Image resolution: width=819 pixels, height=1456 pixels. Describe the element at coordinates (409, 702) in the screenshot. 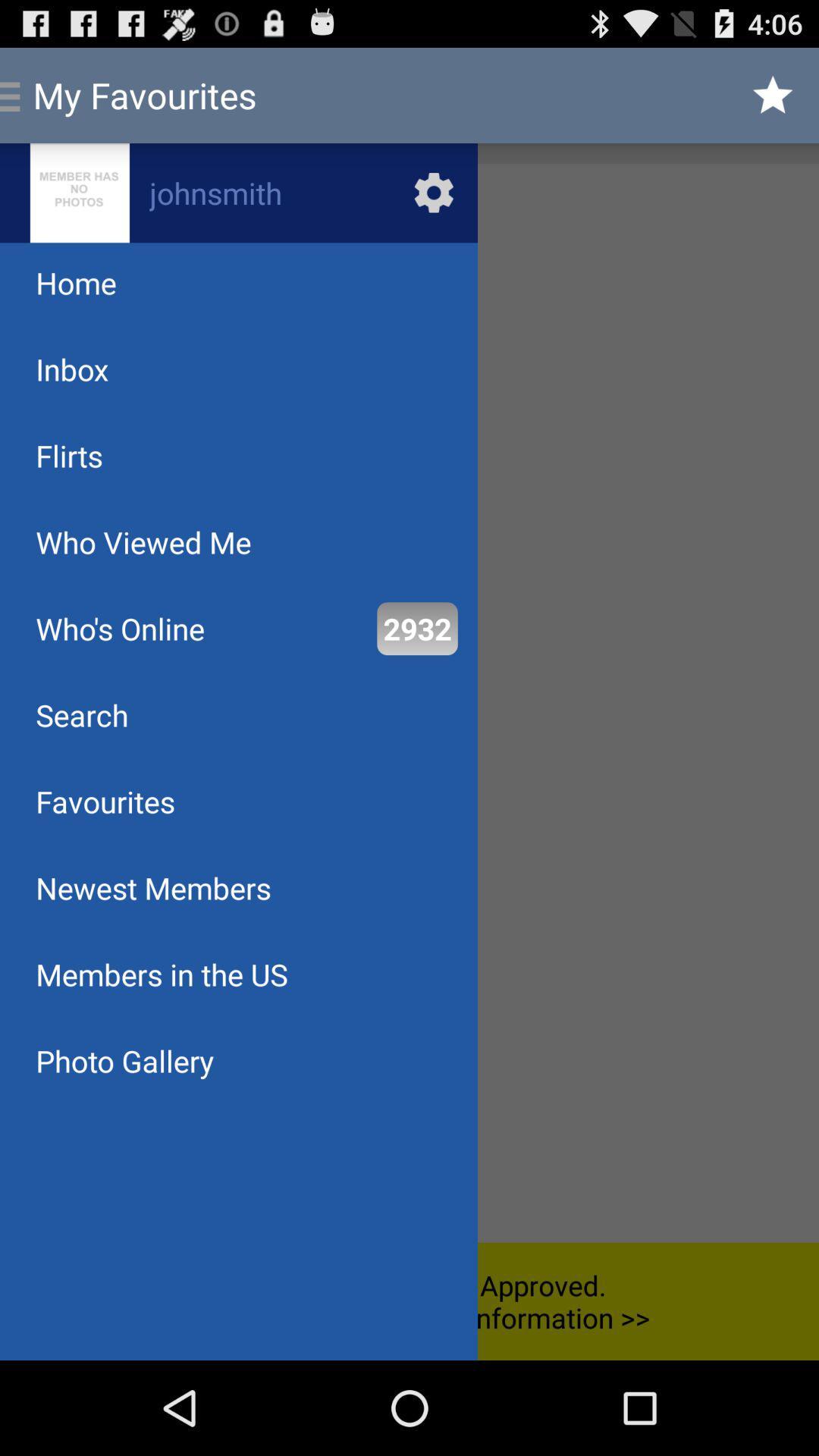

I see `from menu` at that location.